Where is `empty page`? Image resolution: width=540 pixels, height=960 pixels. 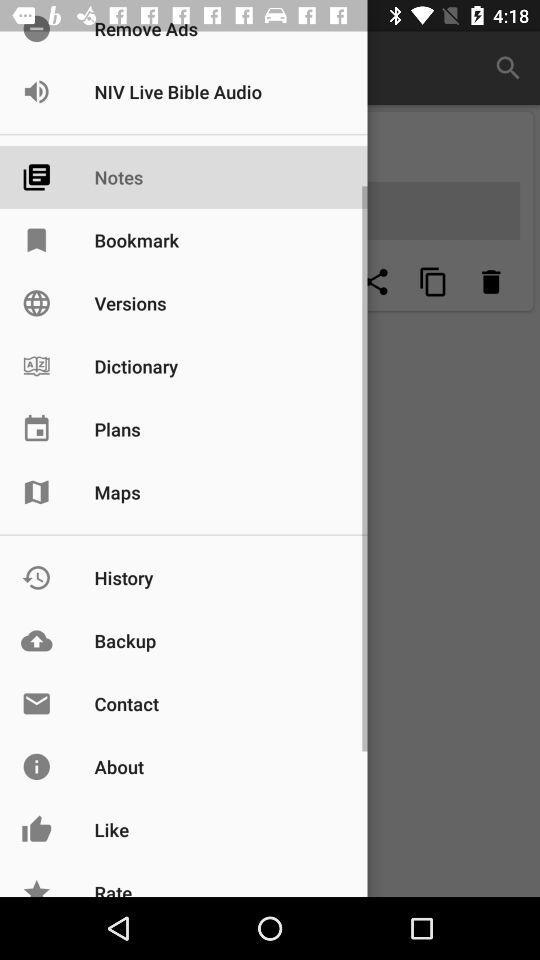
empty page is located at coordinates (318, 281).